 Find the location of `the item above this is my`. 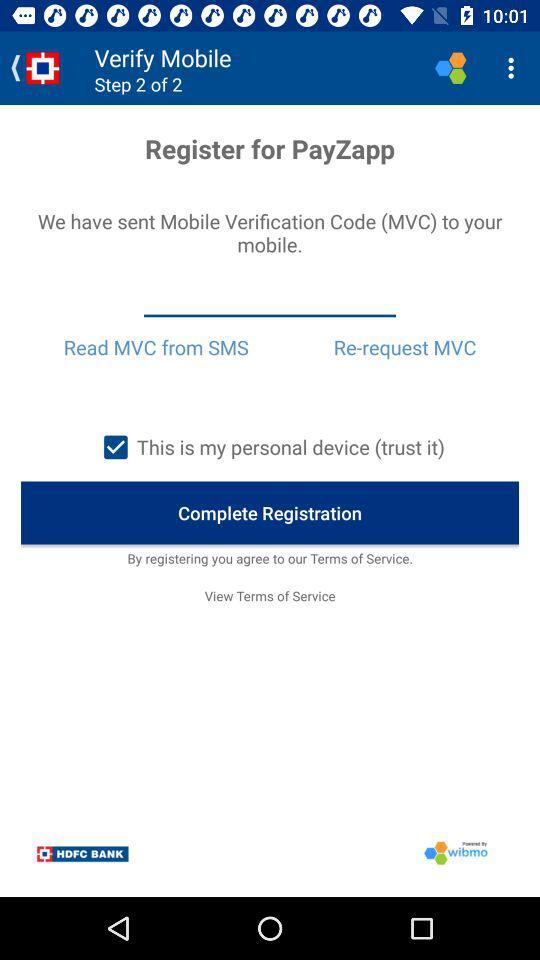

the item above this is my is located at coordinates (155, 347).